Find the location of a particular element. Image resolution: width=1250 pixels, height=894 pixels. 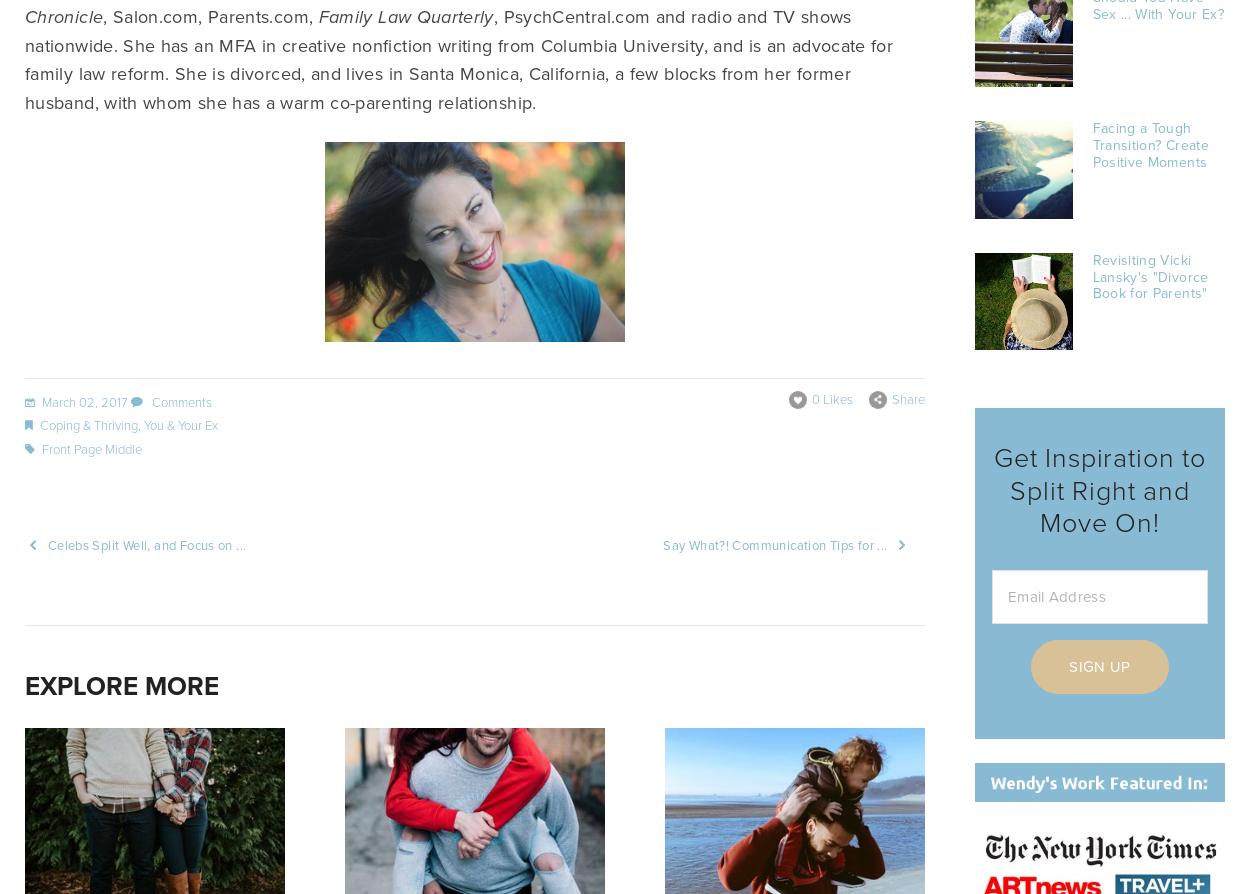

'March 02, 2017' is located at coordinates (83, 400).